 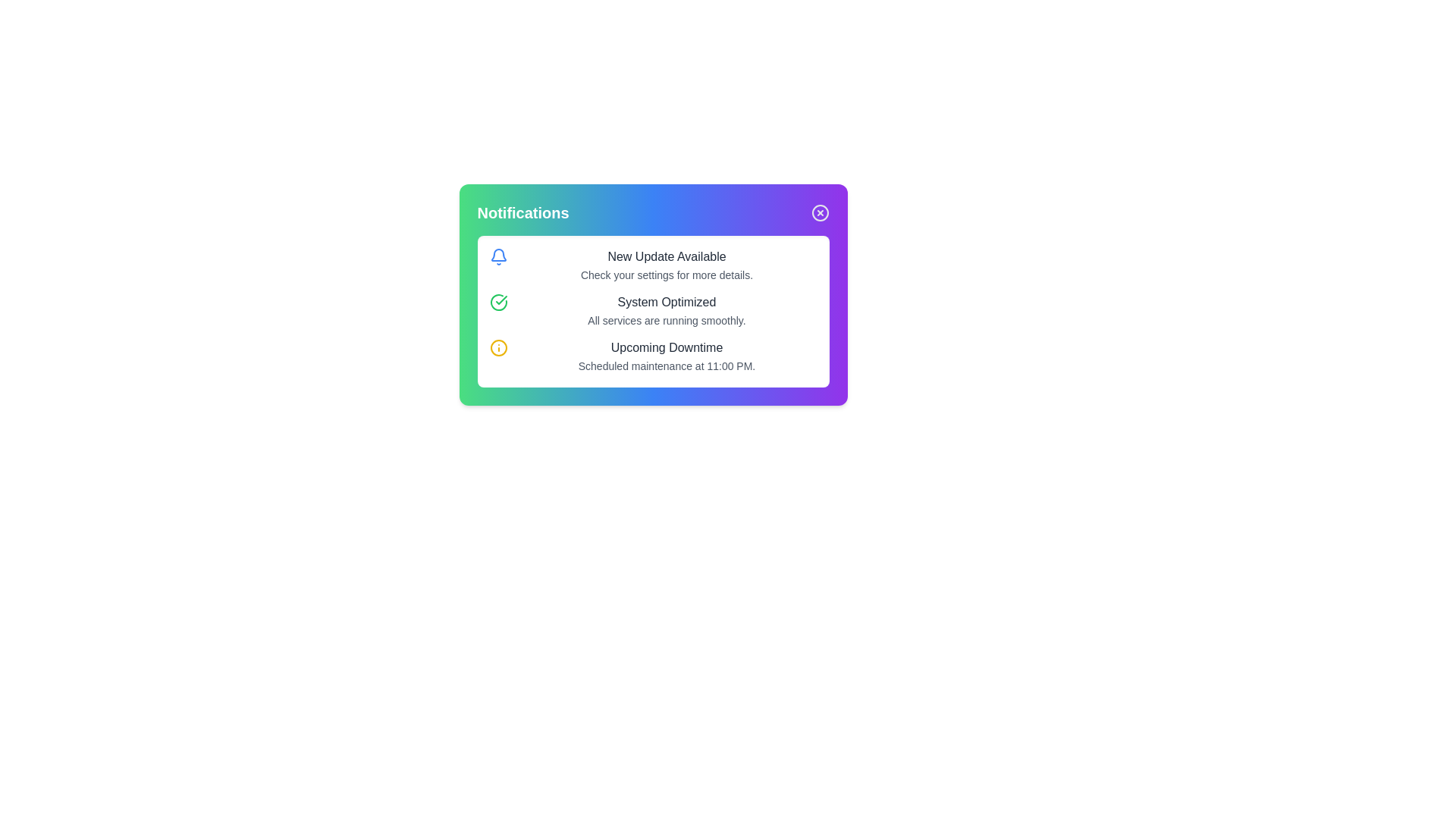 I want to click on the 'Upcoming Downtime' text-based informational component with an associated yellow circular icon, located in the notification panel, so click(x=653, y=356).